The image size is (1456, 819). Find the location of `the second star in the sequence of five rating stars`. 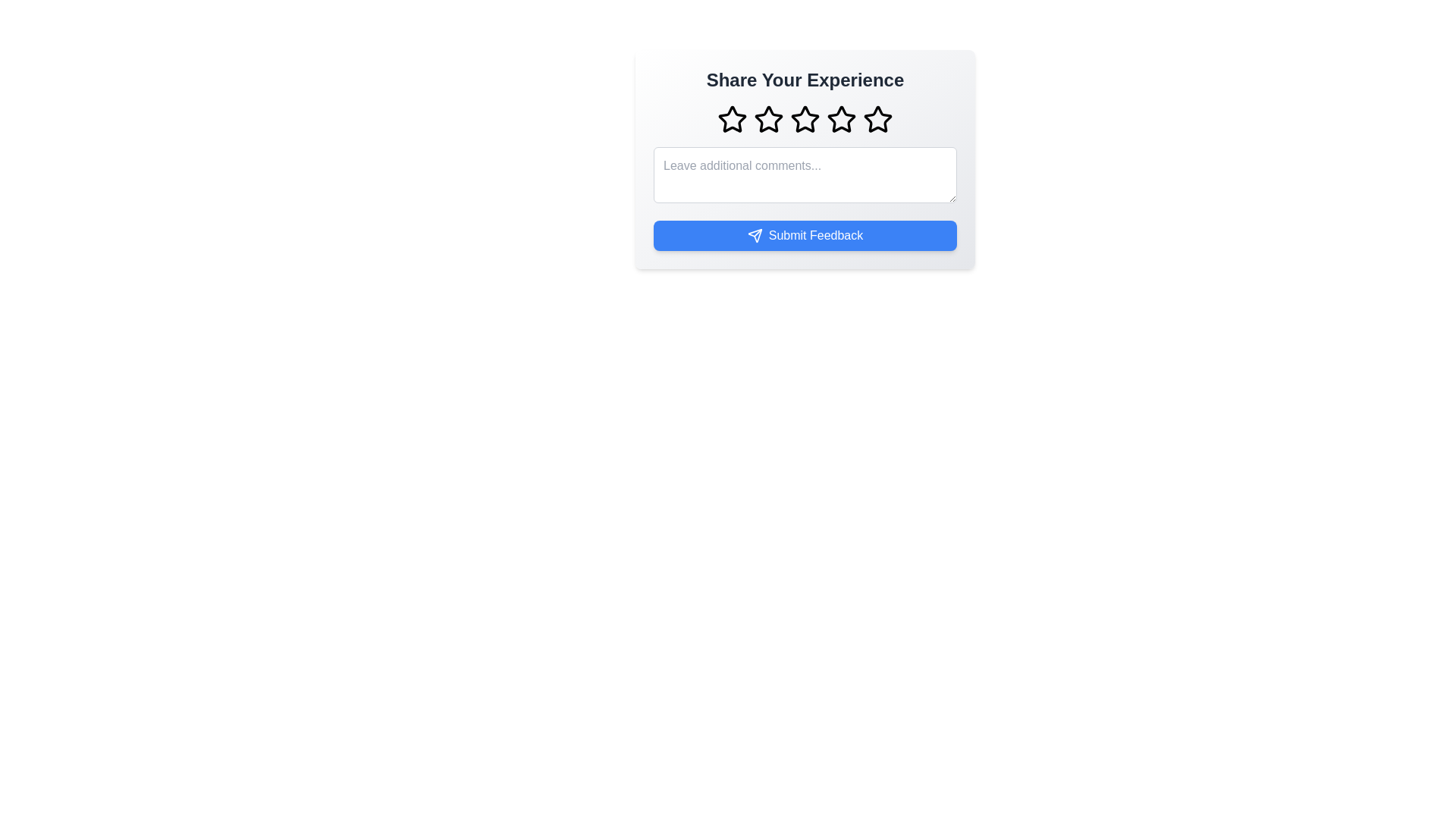

the second star in the sequence of five rating stars is located at coordinates (768, 119).